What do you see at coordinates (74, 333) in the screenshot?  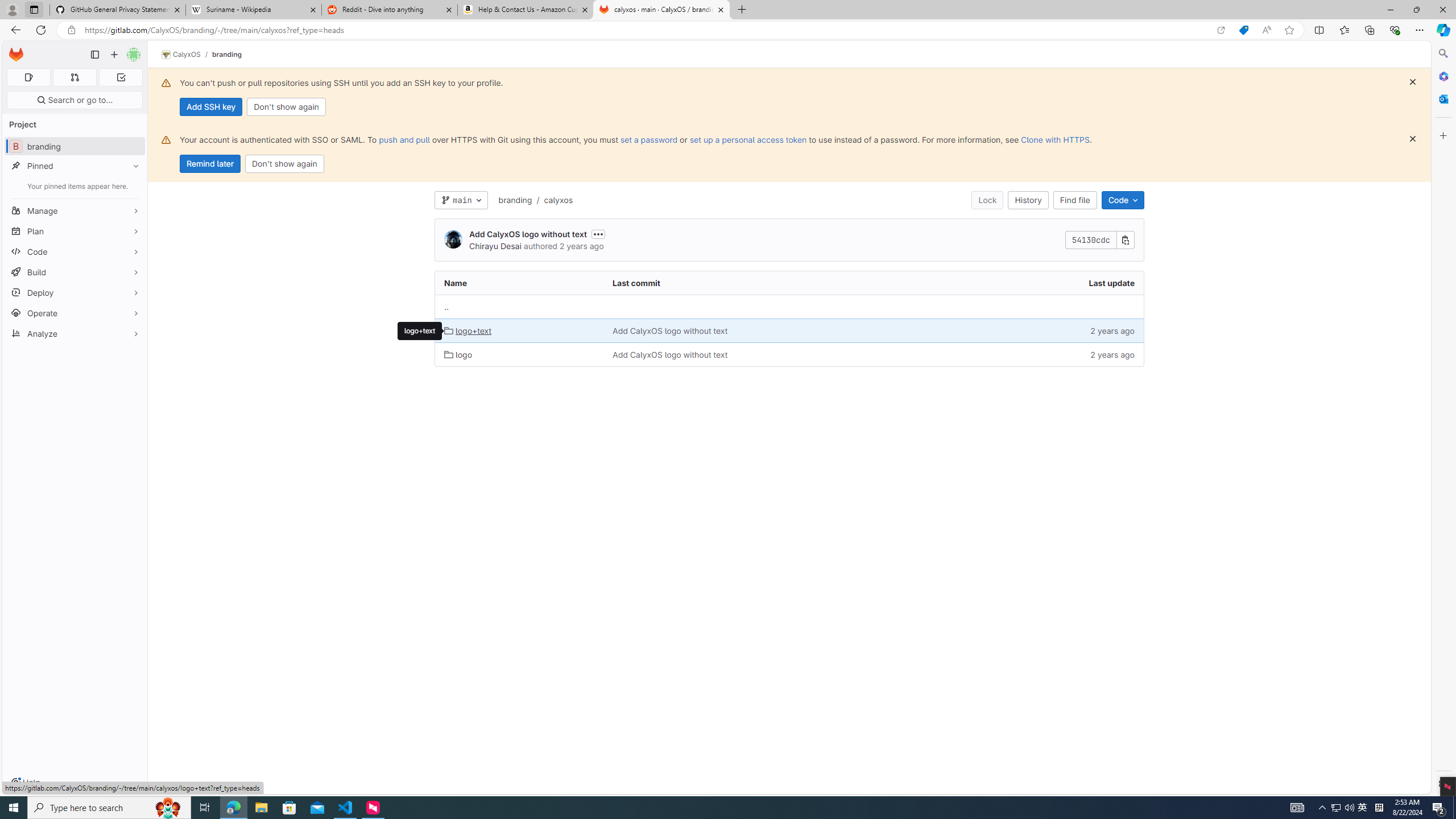 I see `'Analyze'` at bounding box center [74, 333].